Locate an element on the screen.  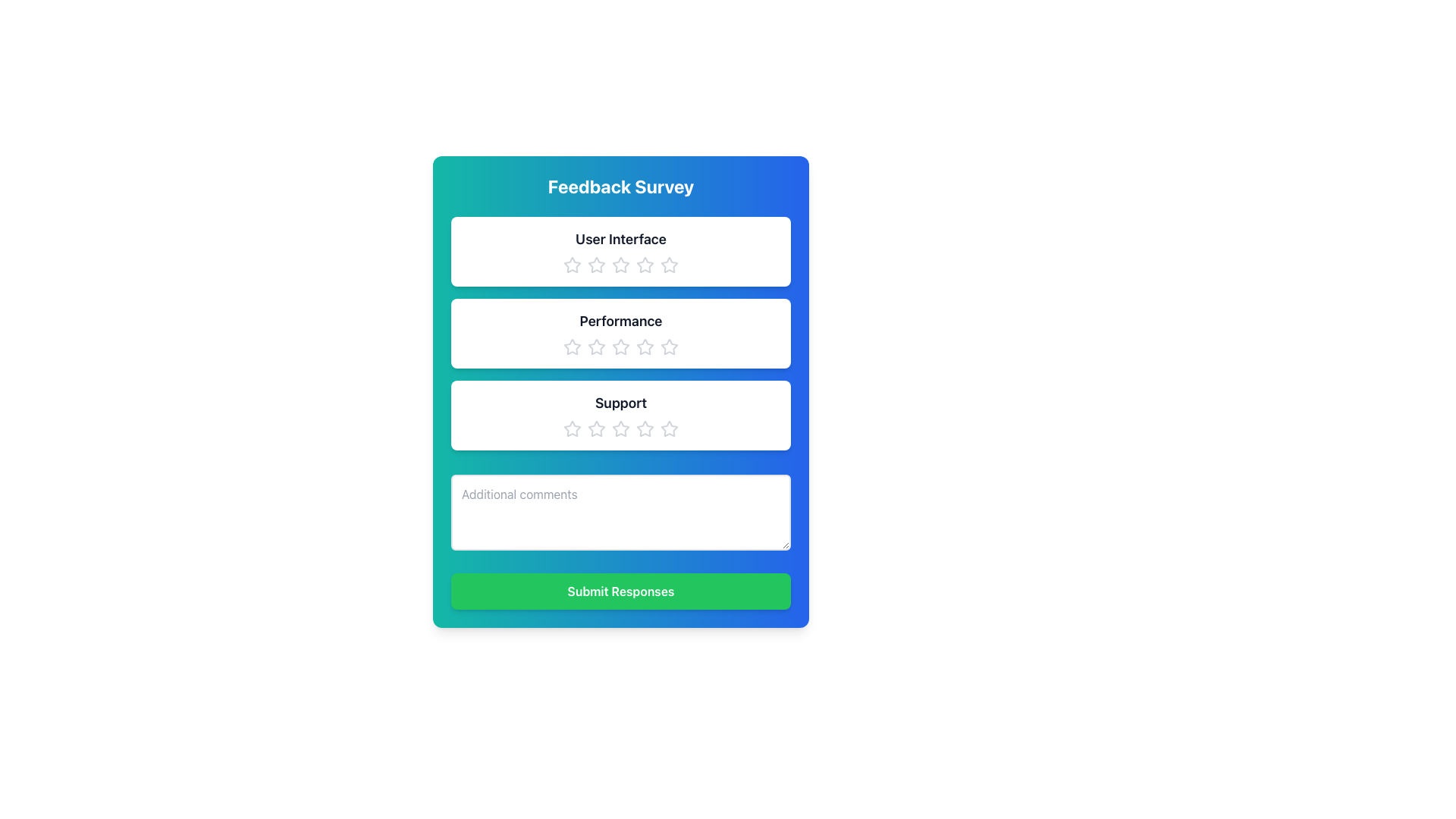
the second star icon in the five-star rating bar under the 'User Interface' feedback section is located at coordinates (669, 264).